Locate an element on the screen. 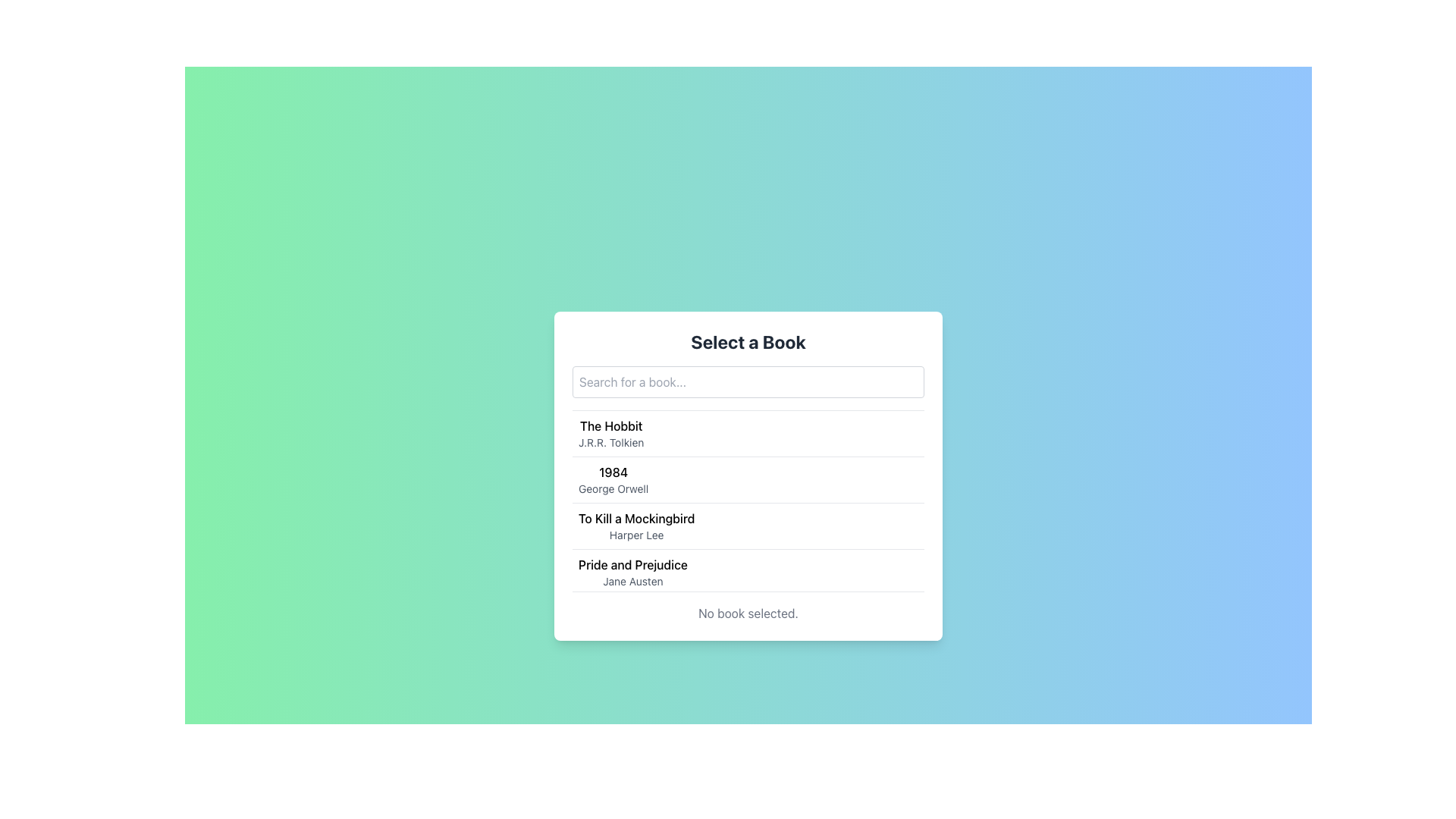 This screenshot has height=819, width=1456. the first list item displaying the title 'The Hobbit' and the author 'J.R.R. Tolkien' is located at coordinates (611, 433).